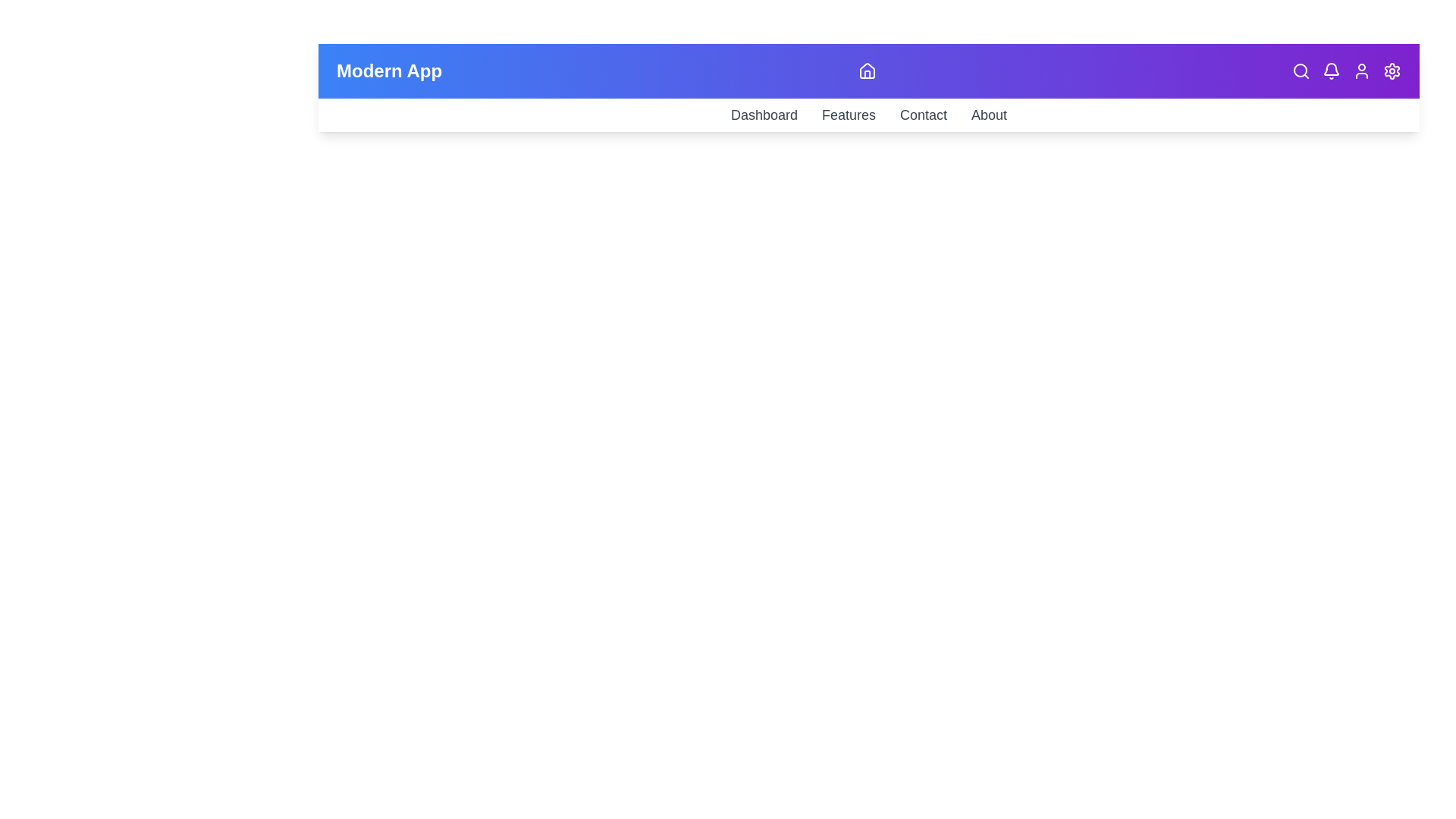 The width and height of the screenshot is (1456, 819). I want to click on home button to toggle the menu visibility, so click(867, 71).